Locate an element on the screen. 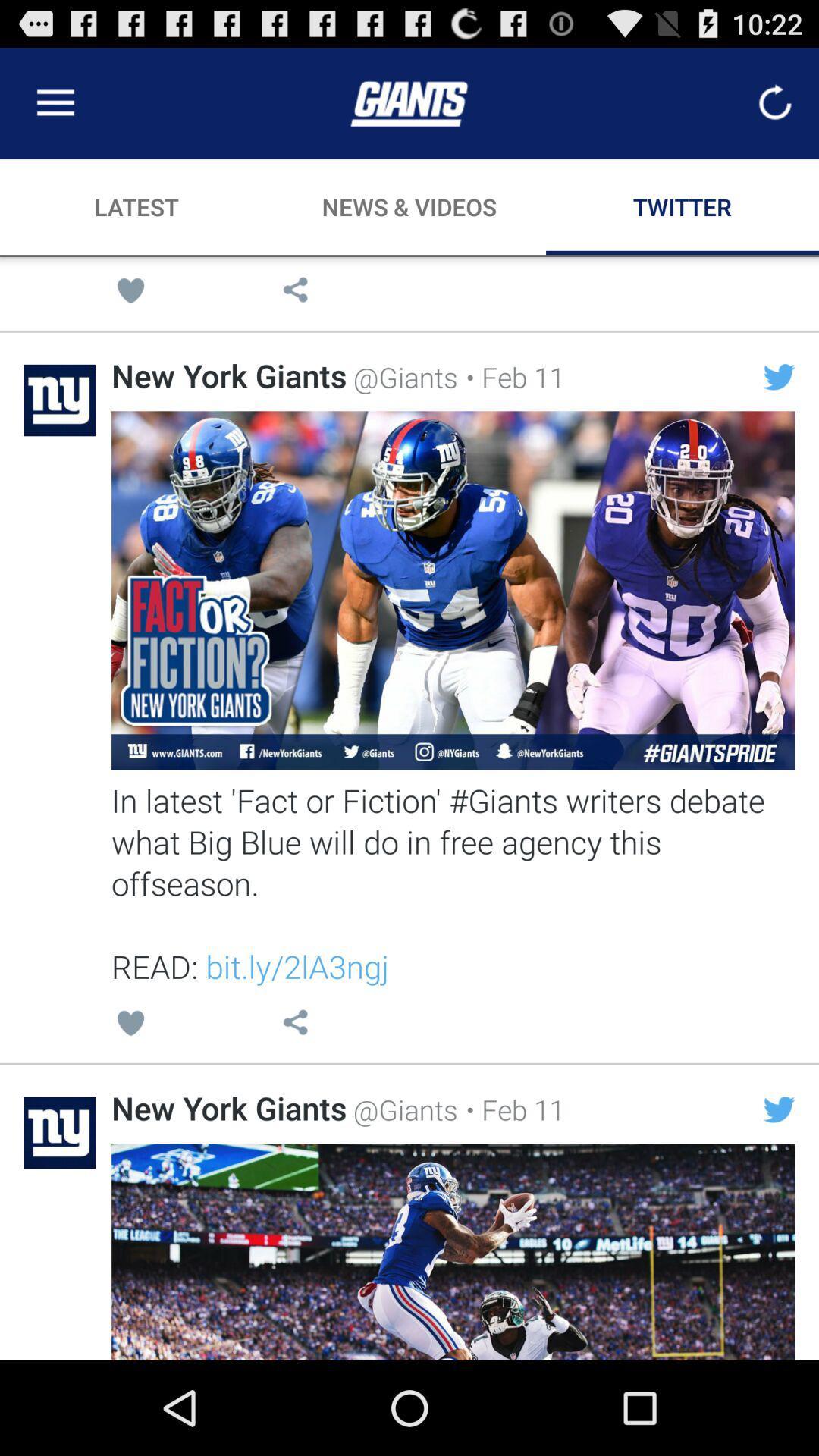  the image contains a description of the article is located at coordinates (452, 589).